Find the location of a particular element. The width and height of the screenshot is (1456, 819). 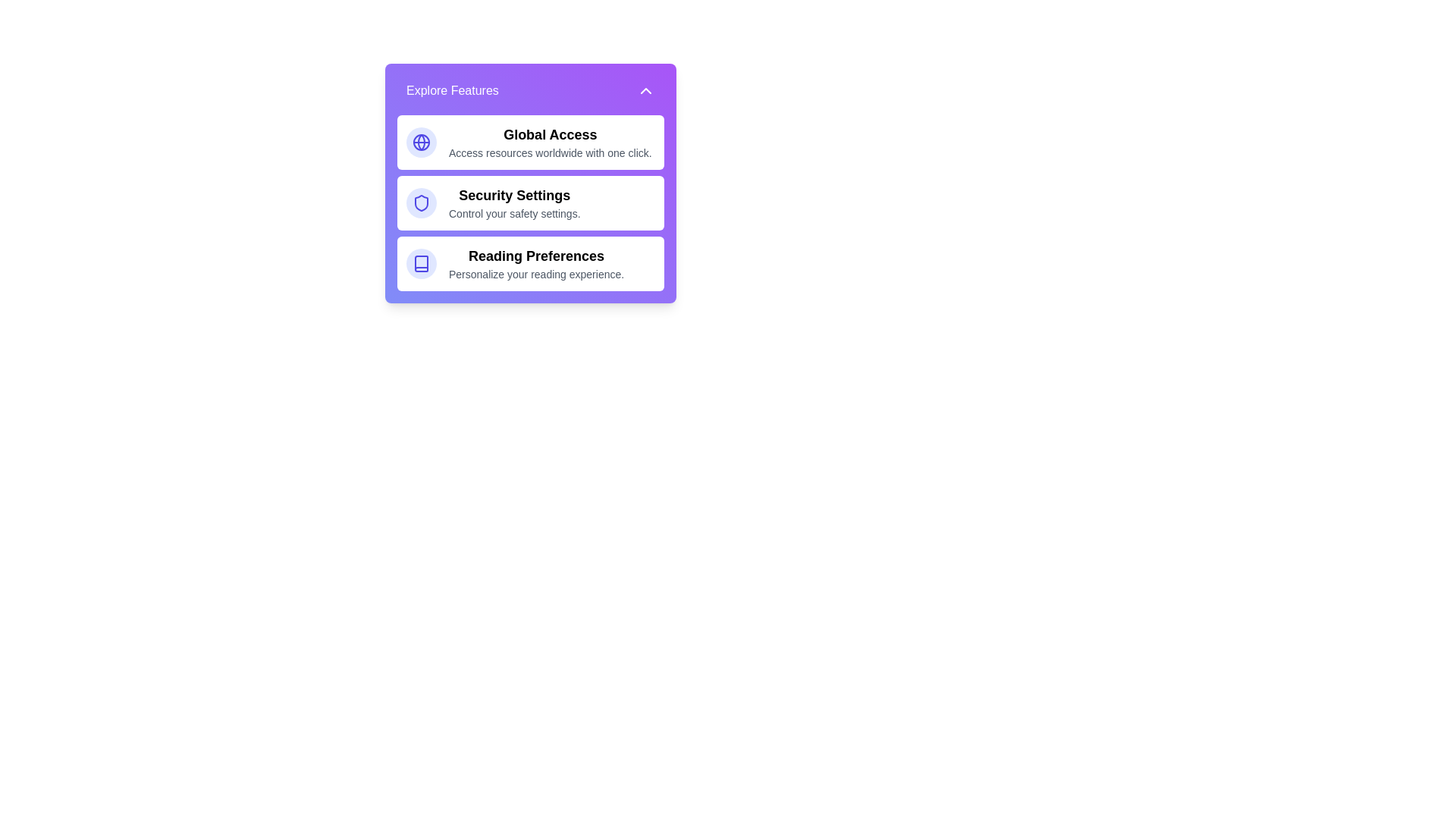

the first clickable card in the 'Explore Features' section to observe the hover effects is located at coordinates (531, 143).